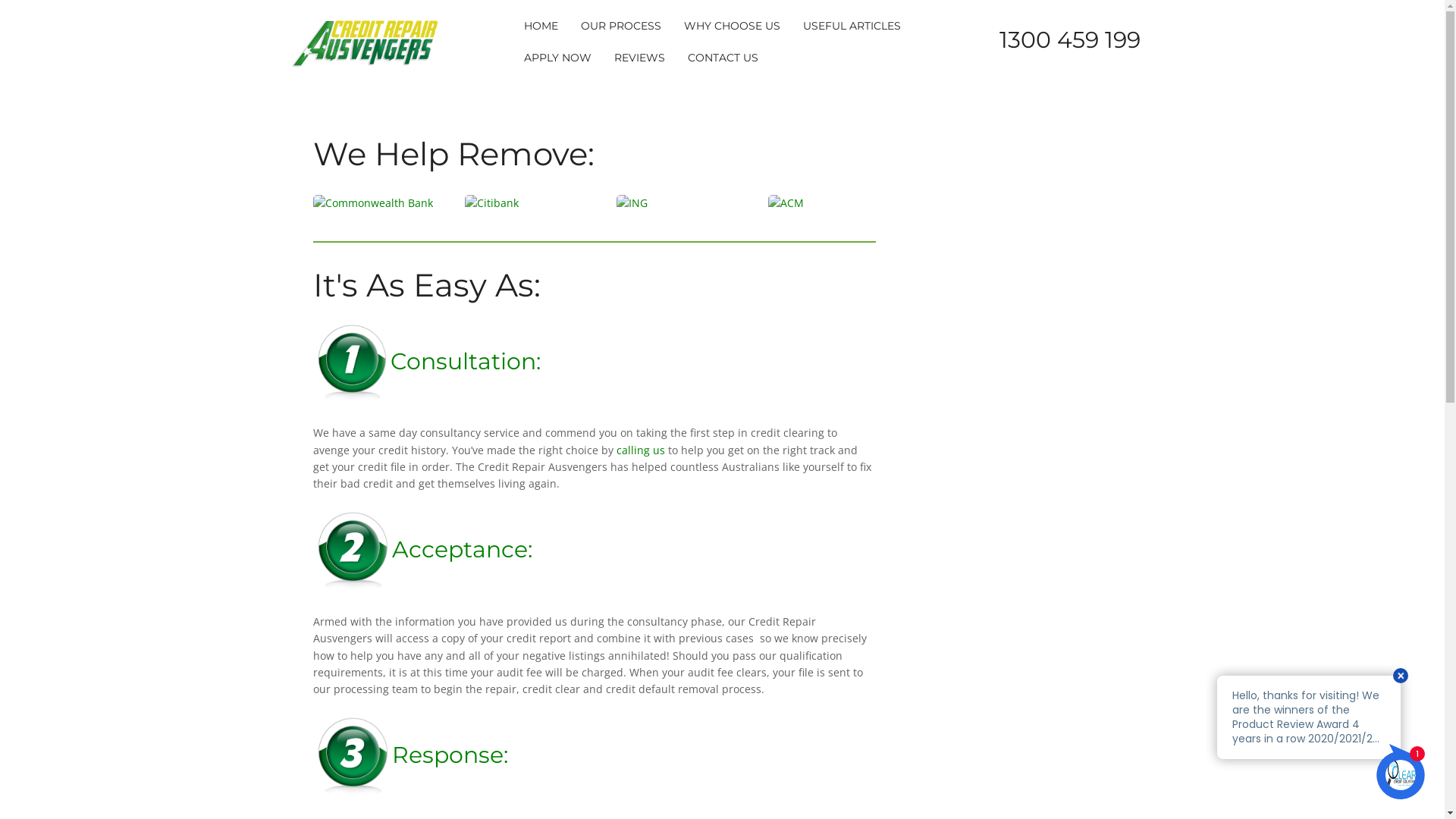  I want to click on 'WHY CHOOSE US', so click(672, 26).